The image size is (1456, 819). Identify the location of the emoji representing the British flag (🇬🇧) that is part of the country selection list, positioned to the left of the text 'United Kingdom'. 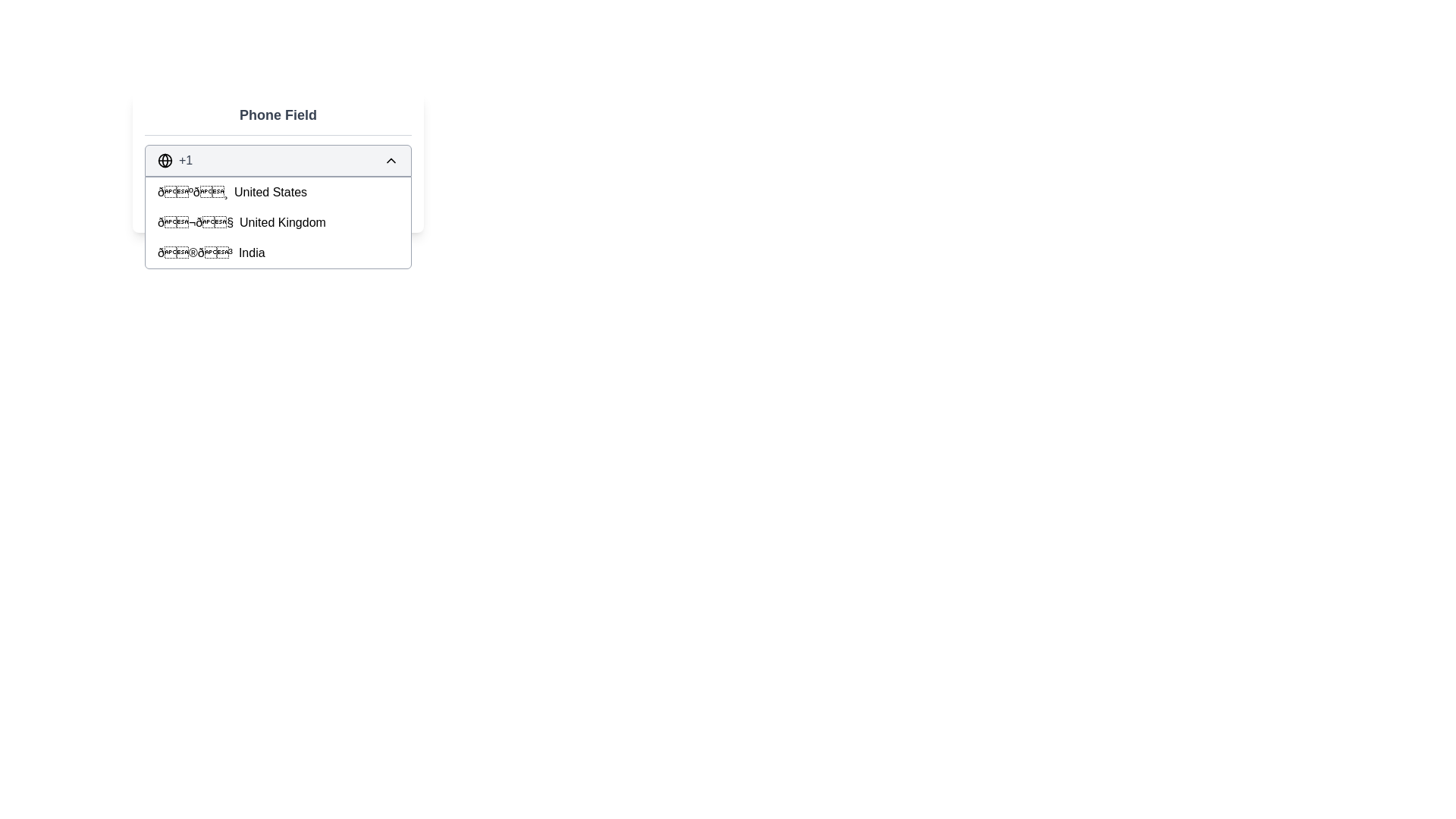
(195, 222).